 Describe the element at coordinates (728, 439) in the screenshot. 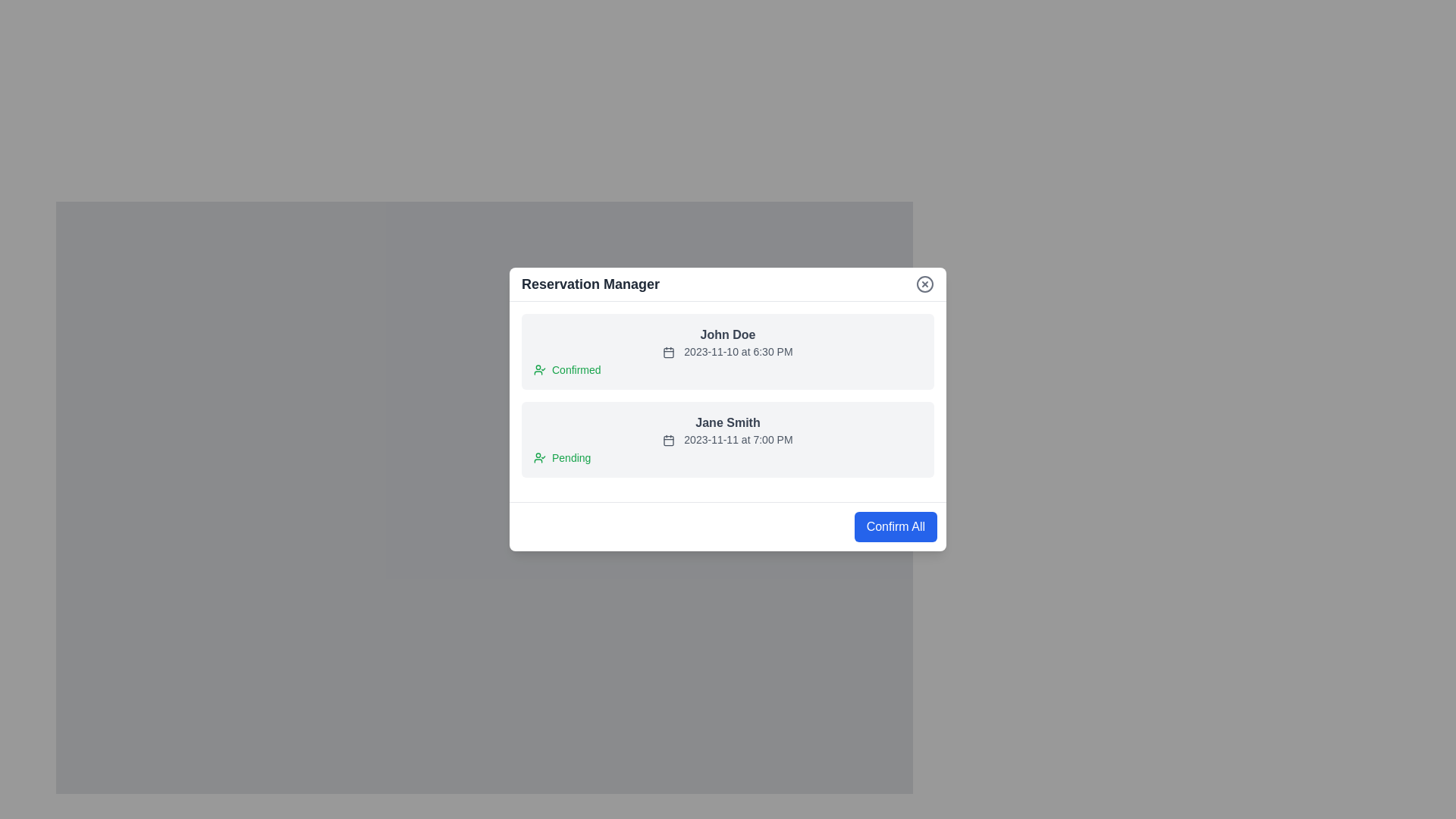

I see `the reservation detail card for Jane Smith, which is the second card beneath the card titled 'John Doe' in a modal window` at that location.